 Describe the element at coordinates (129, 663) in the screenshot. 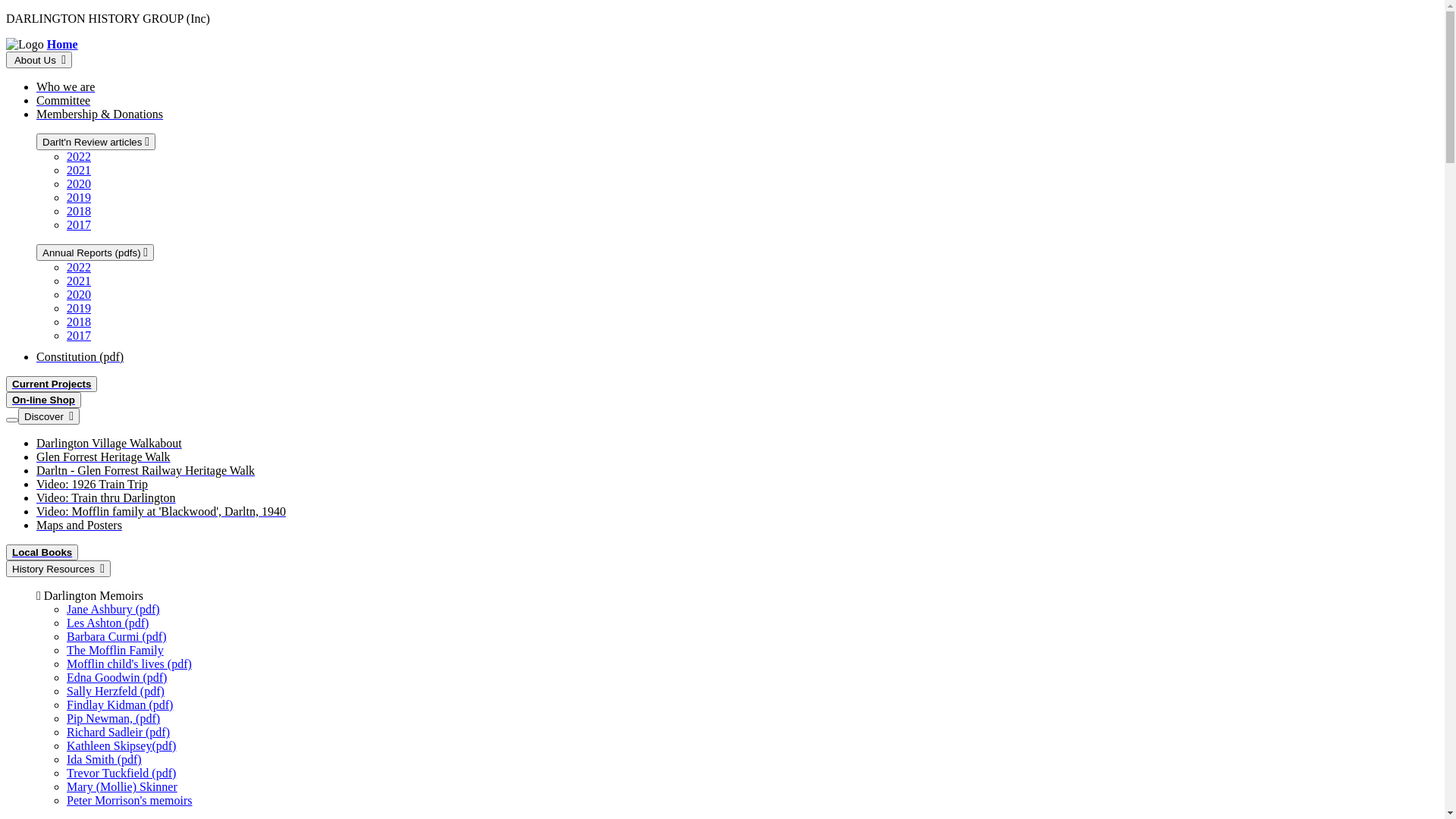

I see `'Mofflin child's lives (pdf)'` at that location.